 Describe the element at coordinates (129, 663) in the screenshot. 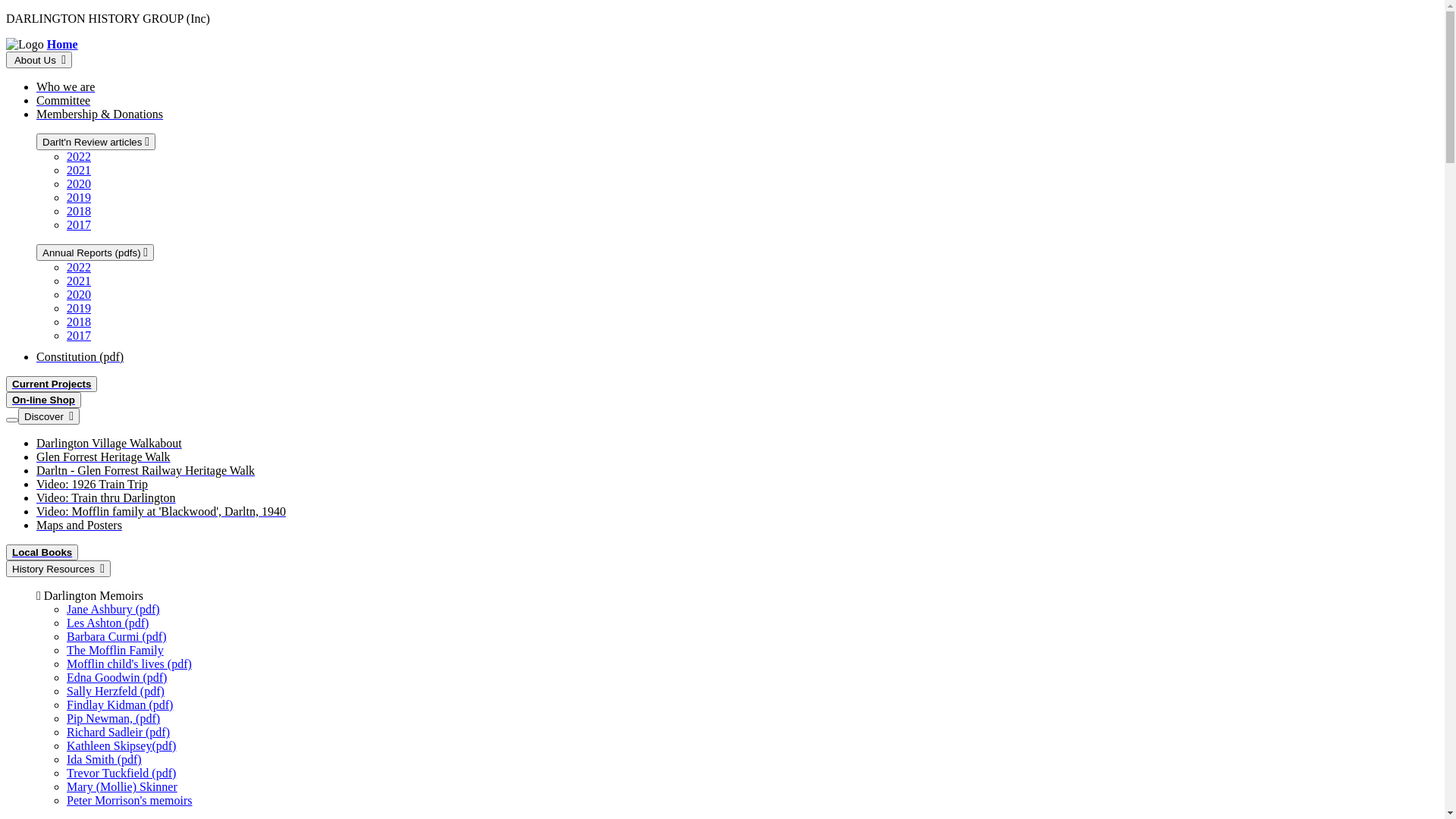

I see `'Mofflin child's lives (pdf)'` at that location.